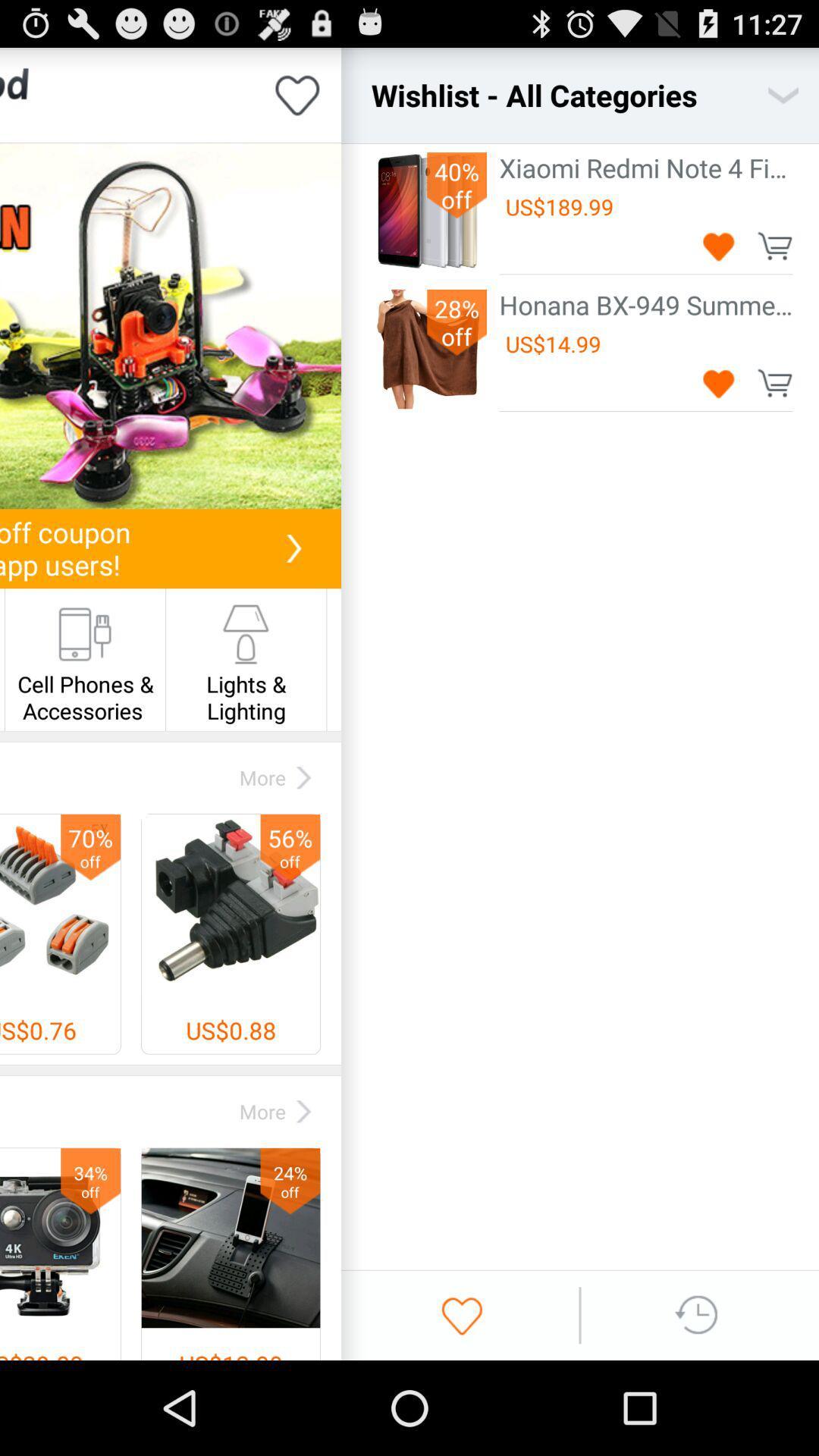 This screenshot has height=1456, width=819. I want to click on the icon next to wishlist - all categories icon, so click(783, 94).